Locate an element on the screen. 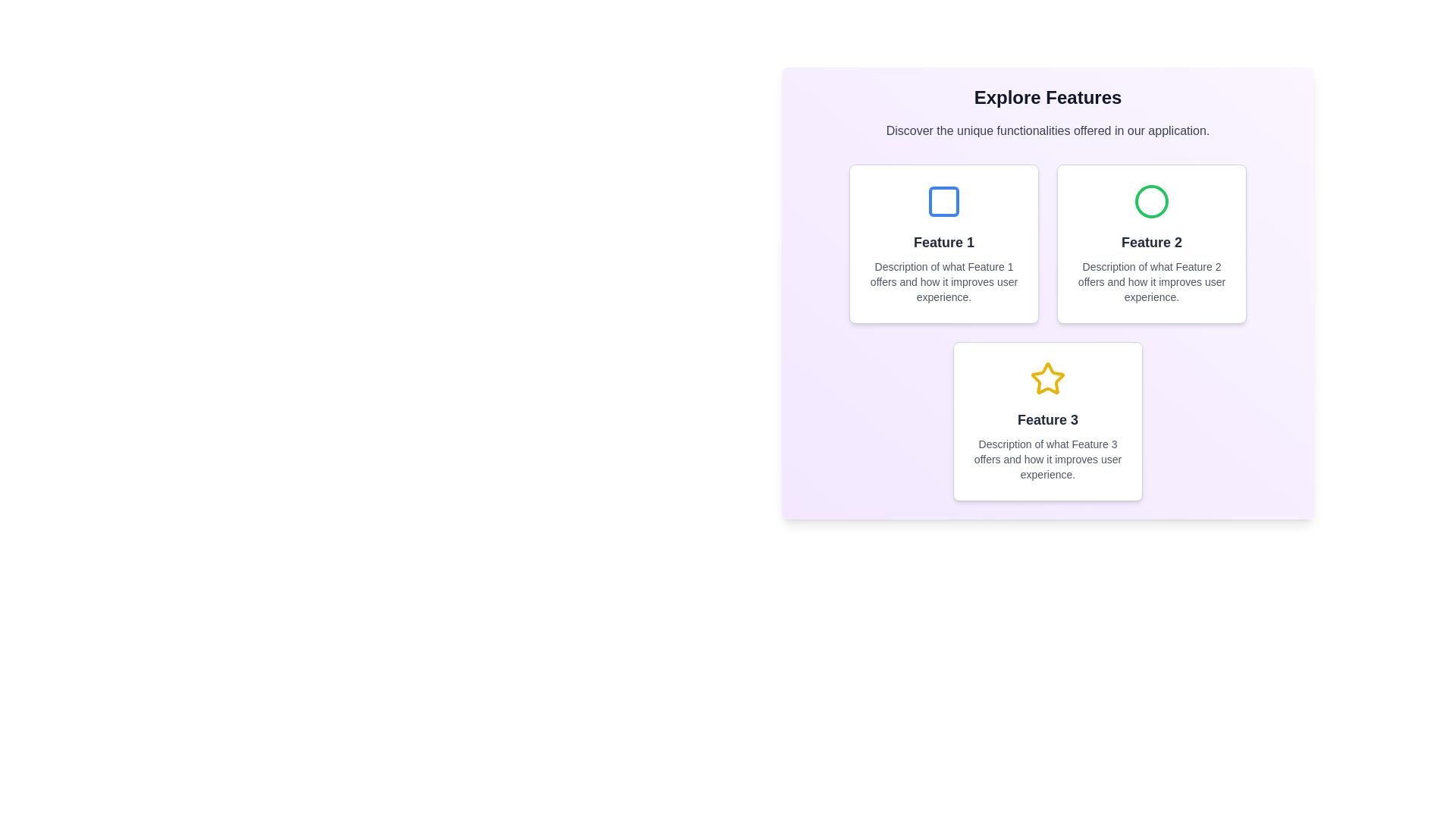 The image size is (1456, 819). the 'Feature 3' text label is located at coordinates (1047, 420).